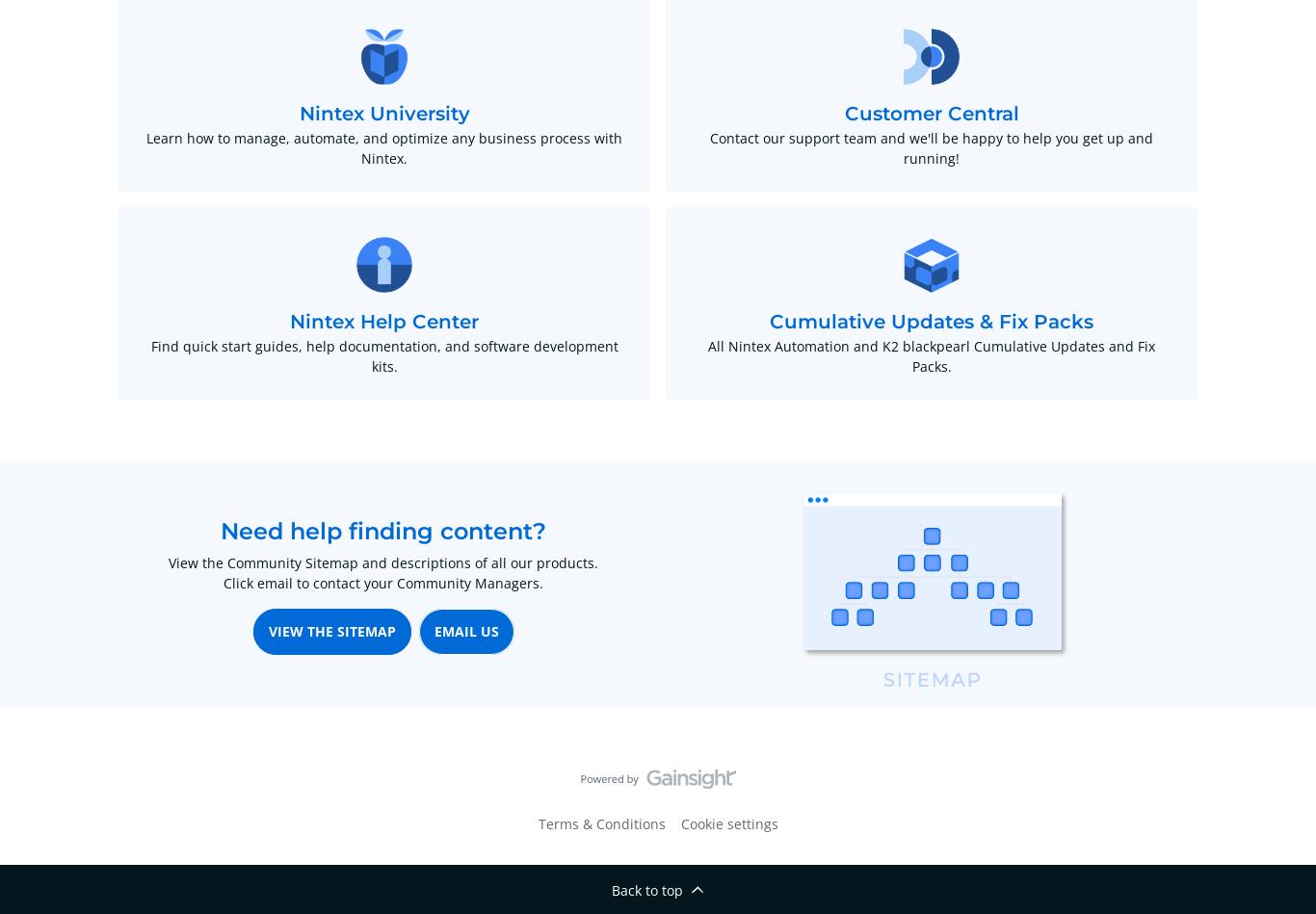  I want to click on 'View the Community Sitemap and descriptions of all our products.', so click(382, 561).